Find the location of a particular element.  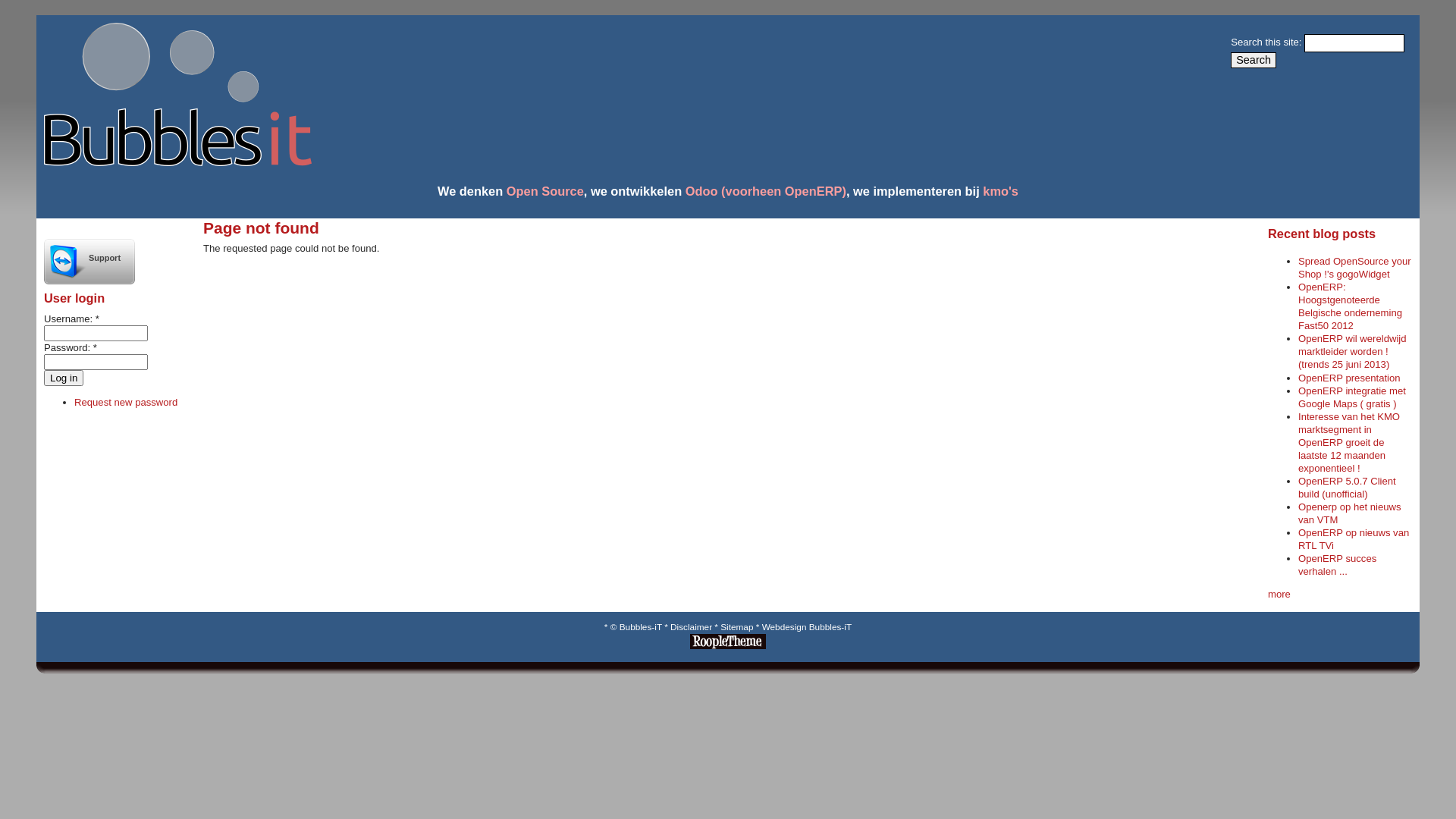

'OpenERP integratie met Google Maps ( gratis )' is located at coordinates (1298, 397).